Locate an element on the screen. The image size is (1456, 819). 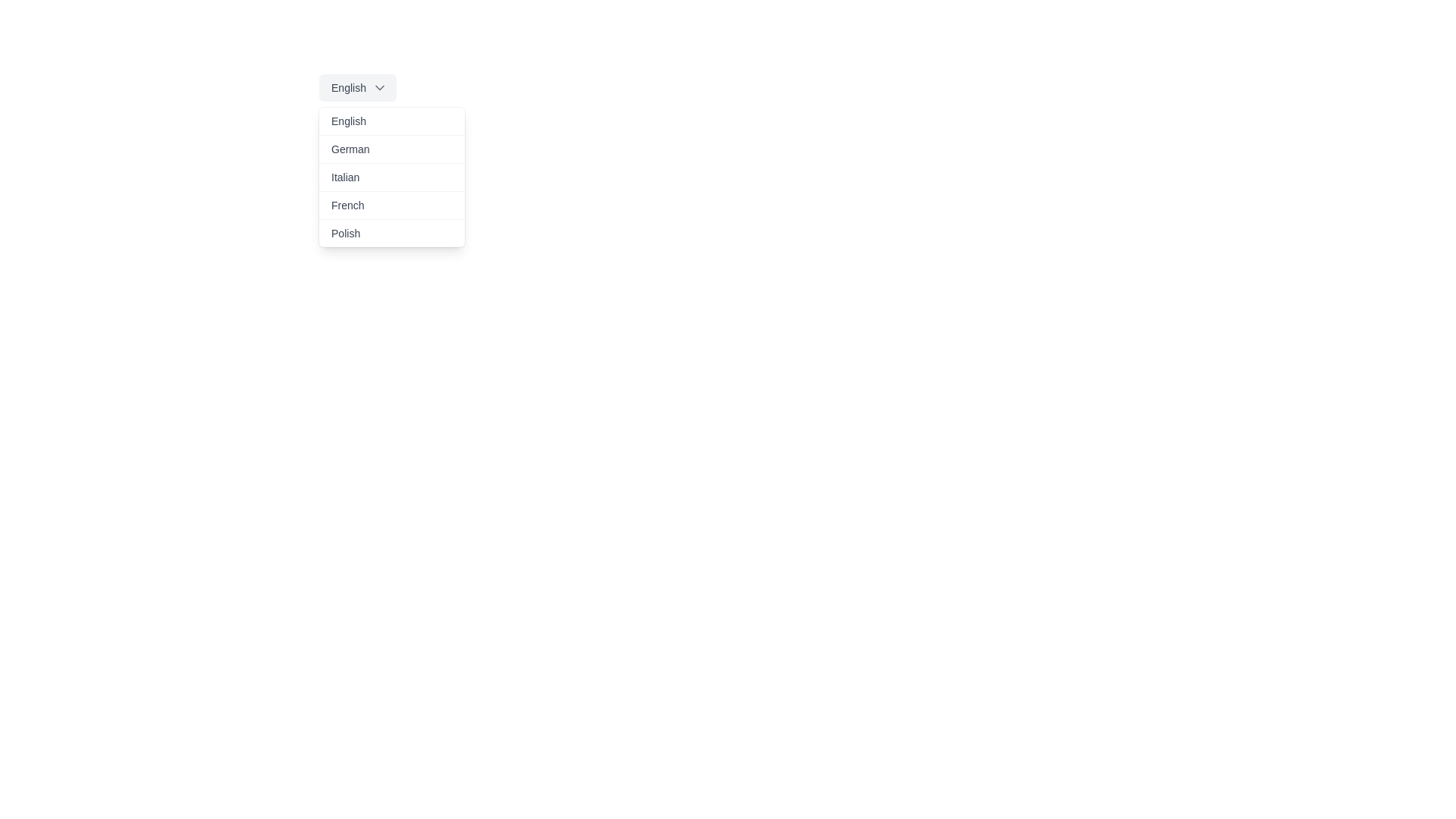
the 'Polish' dropdown menu item, which is the fifth option in the list is located at coordinates (392, 233).